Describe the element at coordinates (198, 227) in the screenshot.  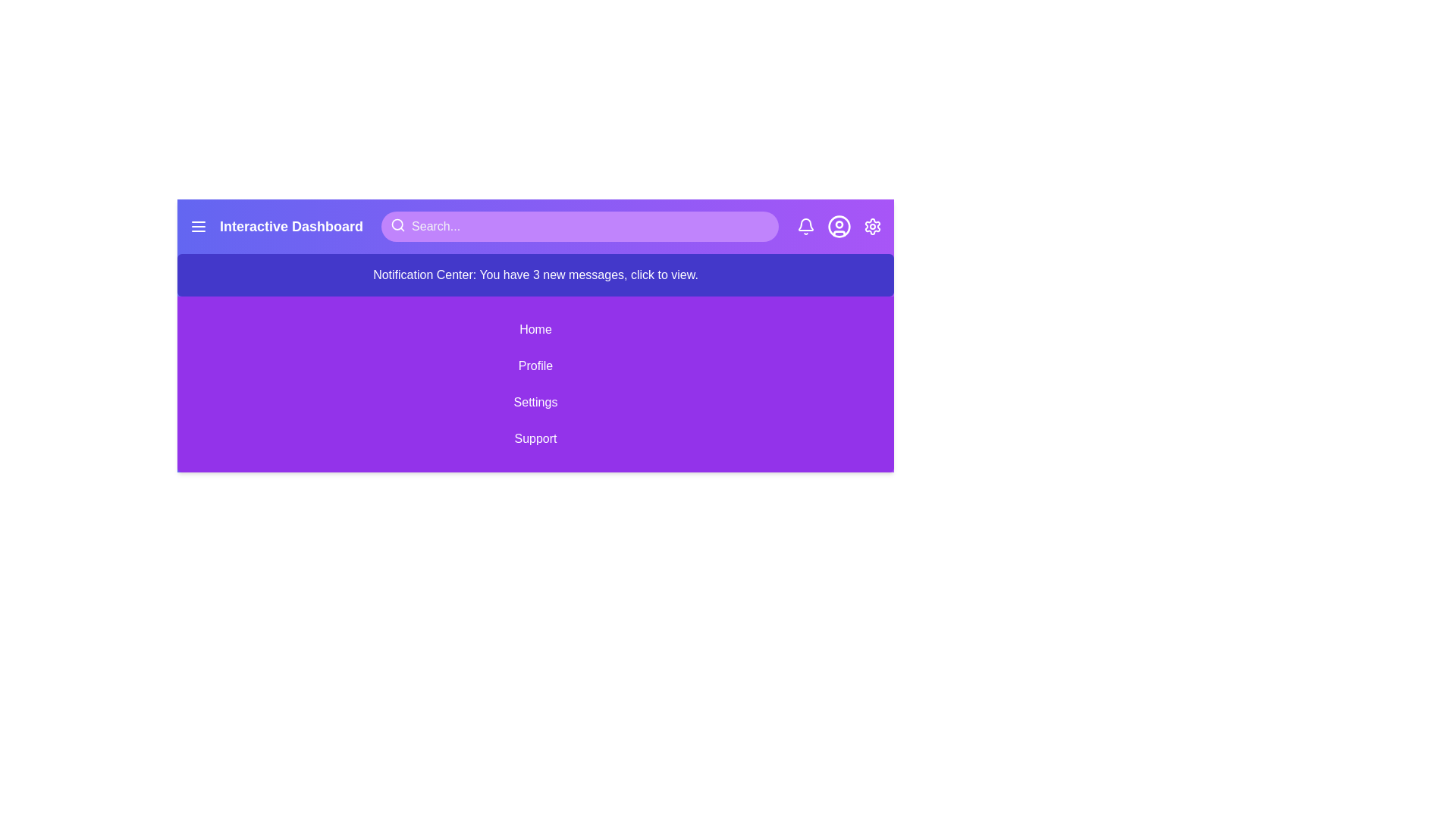
I see `the menu toggle button to toggle the menu visibility` at that location.